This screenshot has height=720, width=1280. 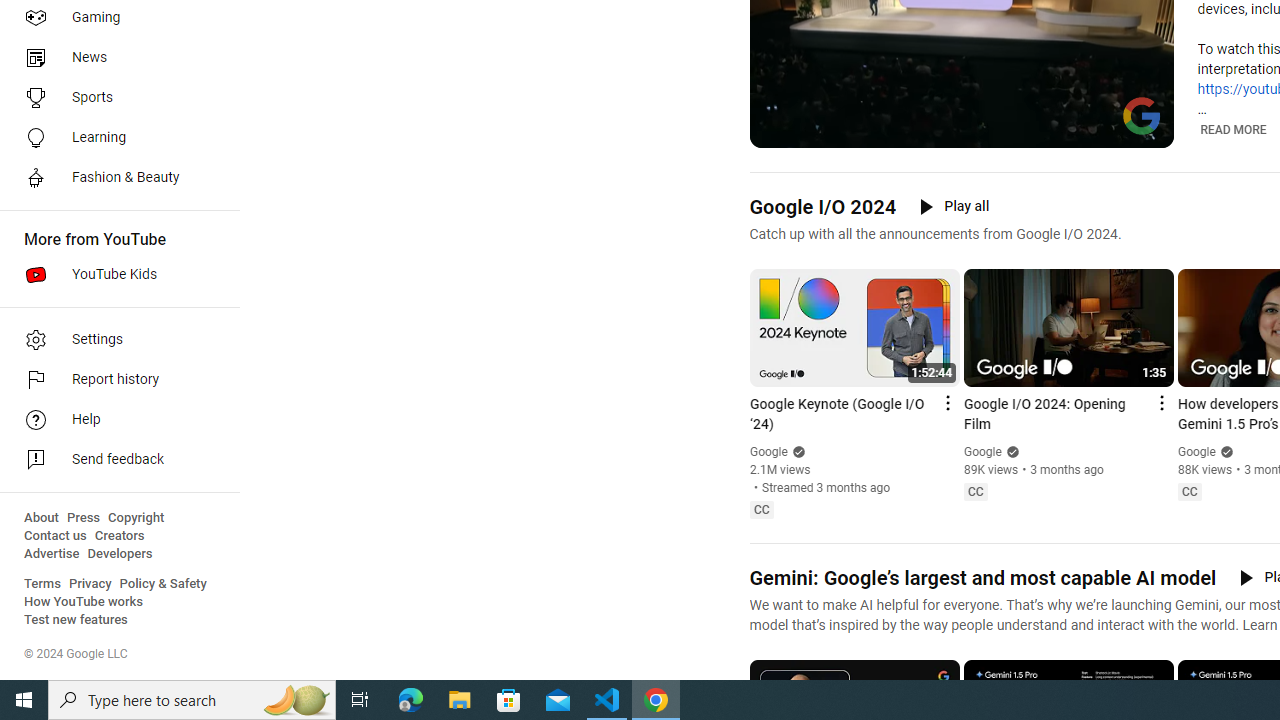 What do you see at coordinates (118, 535) in the screenshot?
I see `'Creators'` at bounding box center [118, 535].